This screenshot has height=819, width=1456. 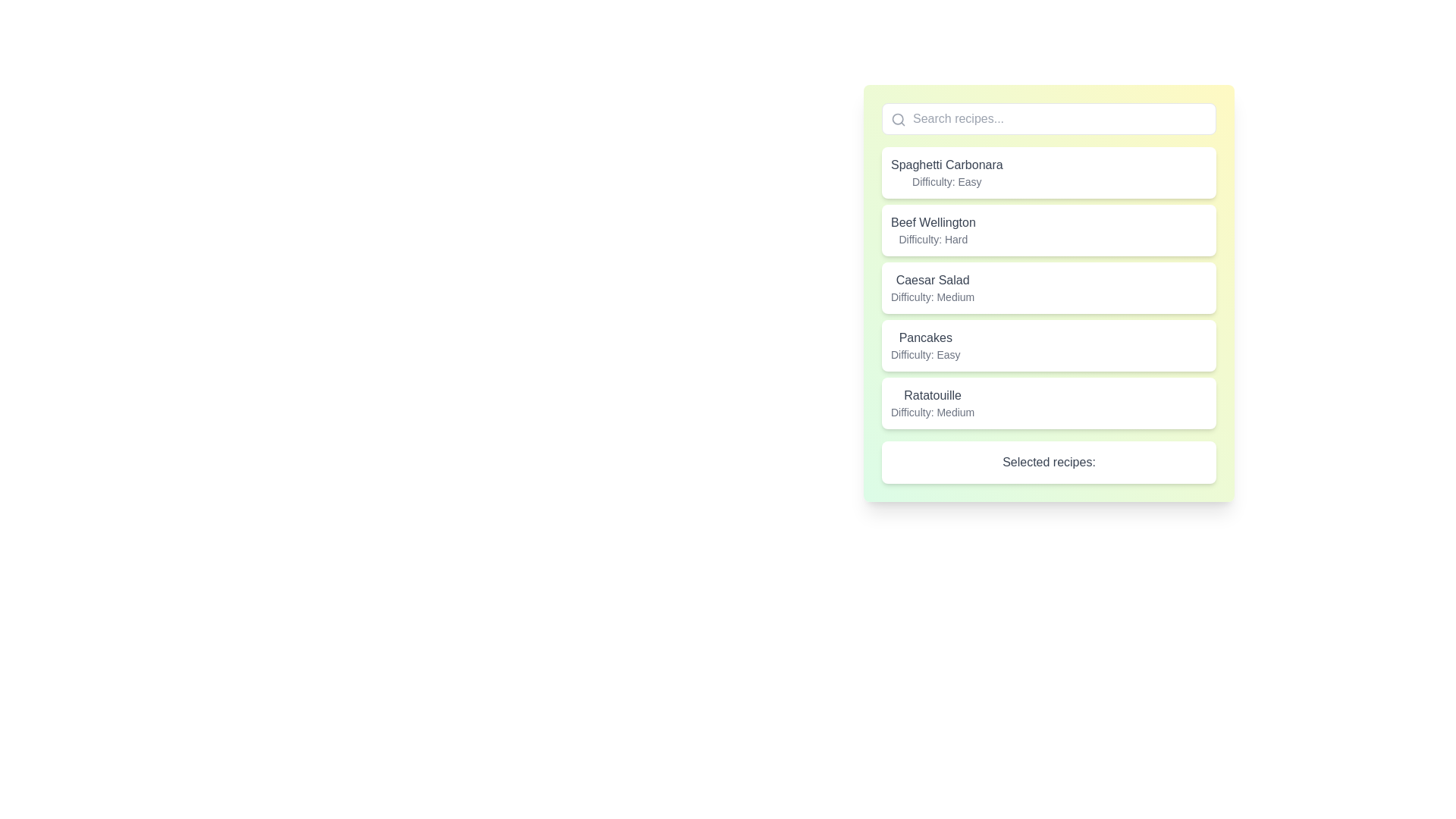 What do you see at coordinates (932, 297) in the screenshot?
I see `the text label indicating the difficulty level of the recipe, located in the third card of the recipe list, below 'Caesar Salad'` at bounding box center [932, 297].